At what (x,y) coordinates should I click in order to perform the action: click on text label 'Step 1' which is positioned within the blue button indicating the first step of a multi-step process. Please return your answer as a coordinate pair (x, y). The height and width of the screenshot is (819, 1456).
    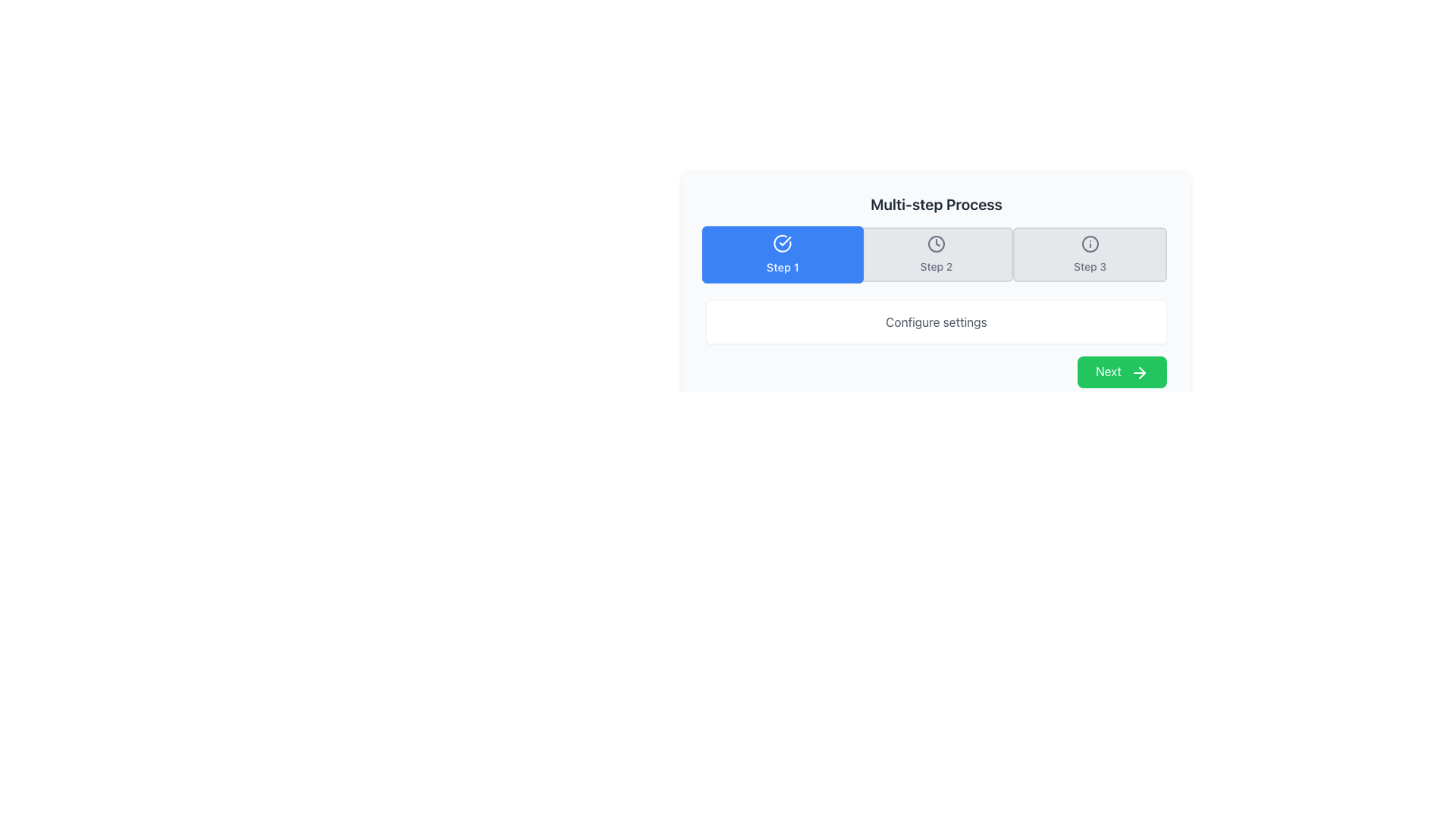
    Looking at the image, I should click on (783, 266).